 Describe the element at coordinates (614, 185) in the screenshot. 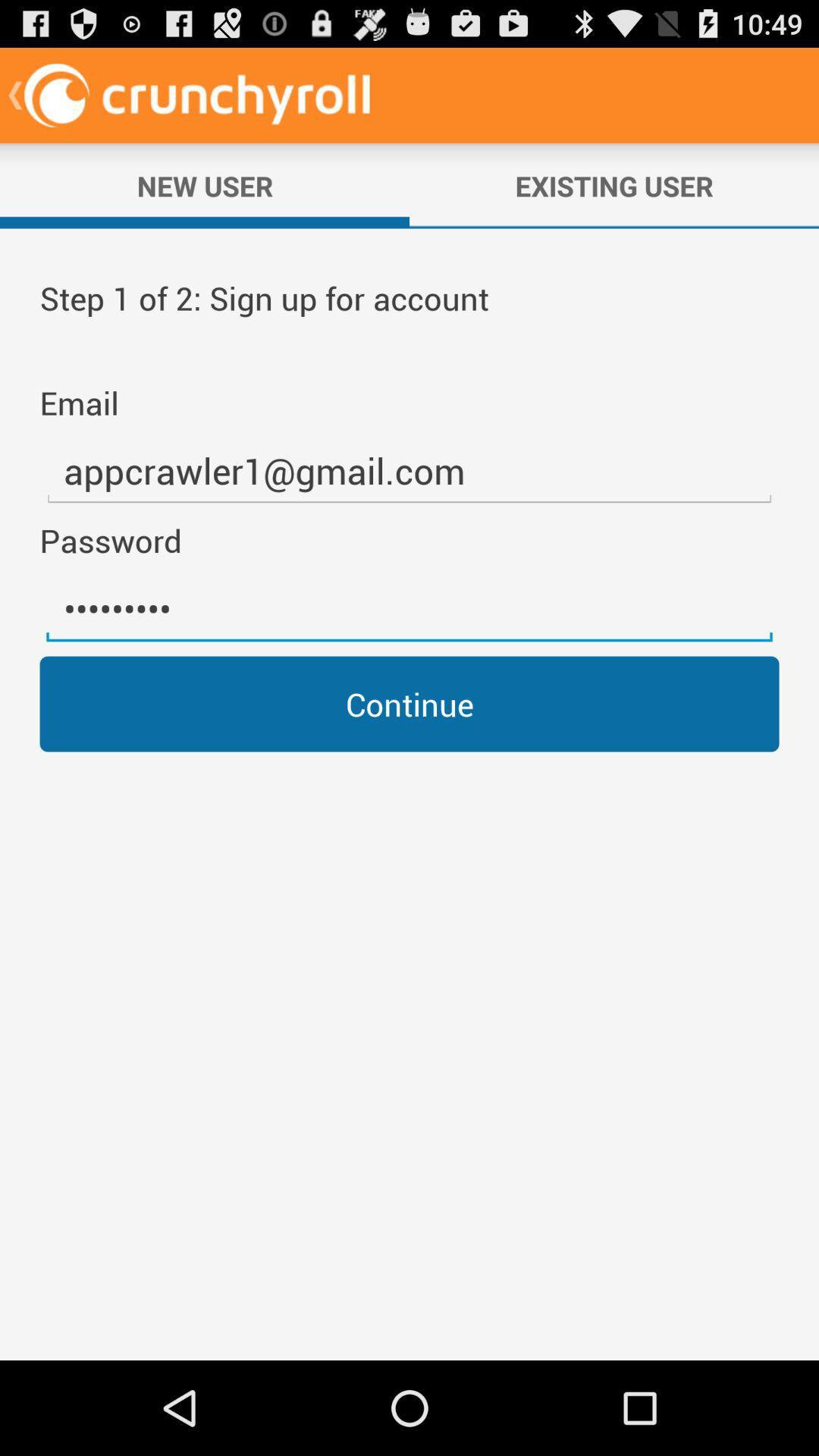

I see `the existing user icon` at that location.